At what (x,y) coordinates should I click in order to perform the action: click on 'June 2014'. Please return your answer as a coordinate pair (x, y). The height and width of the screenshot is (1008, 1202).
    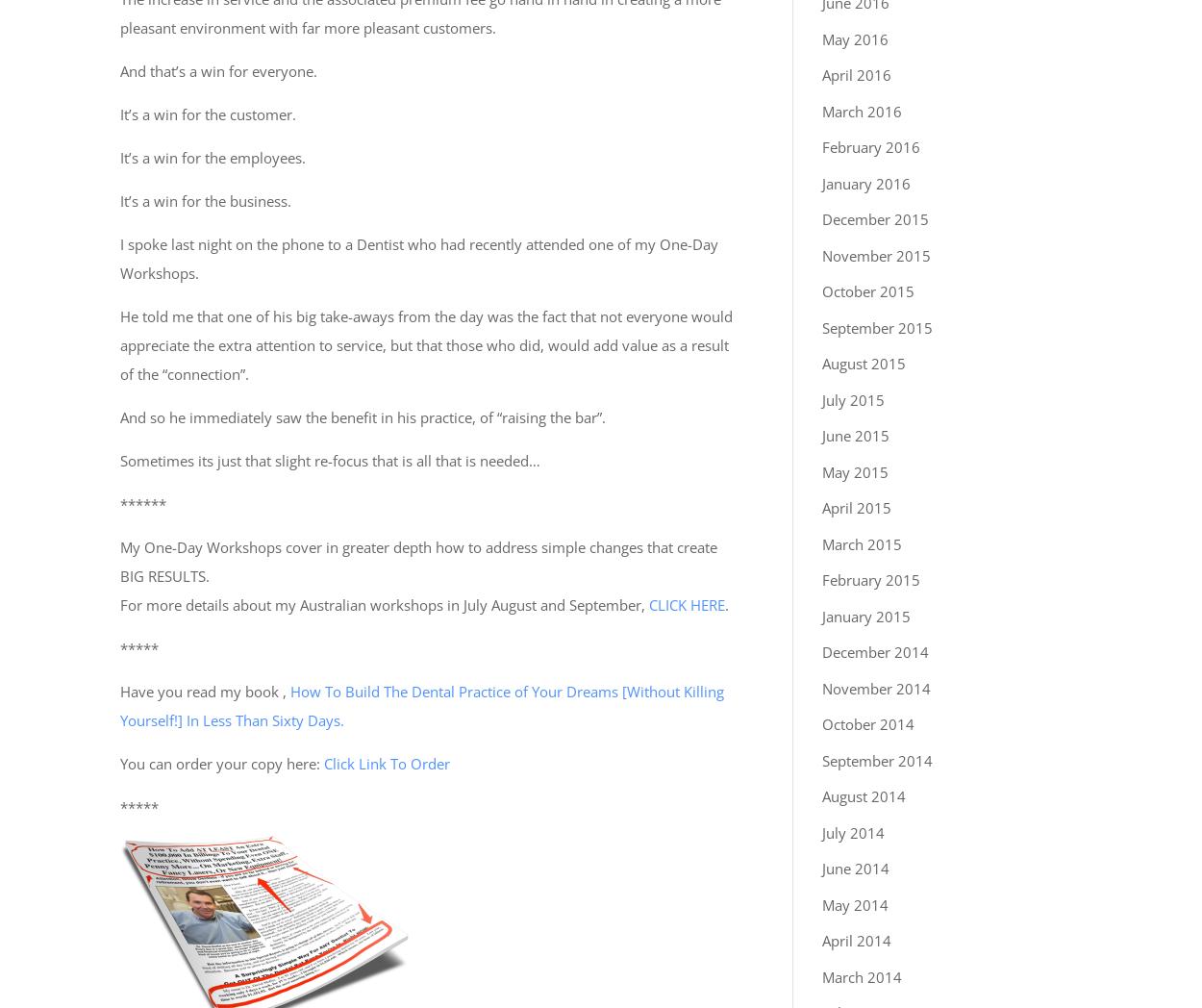
    Looking at the image, I should click on (856, 867).